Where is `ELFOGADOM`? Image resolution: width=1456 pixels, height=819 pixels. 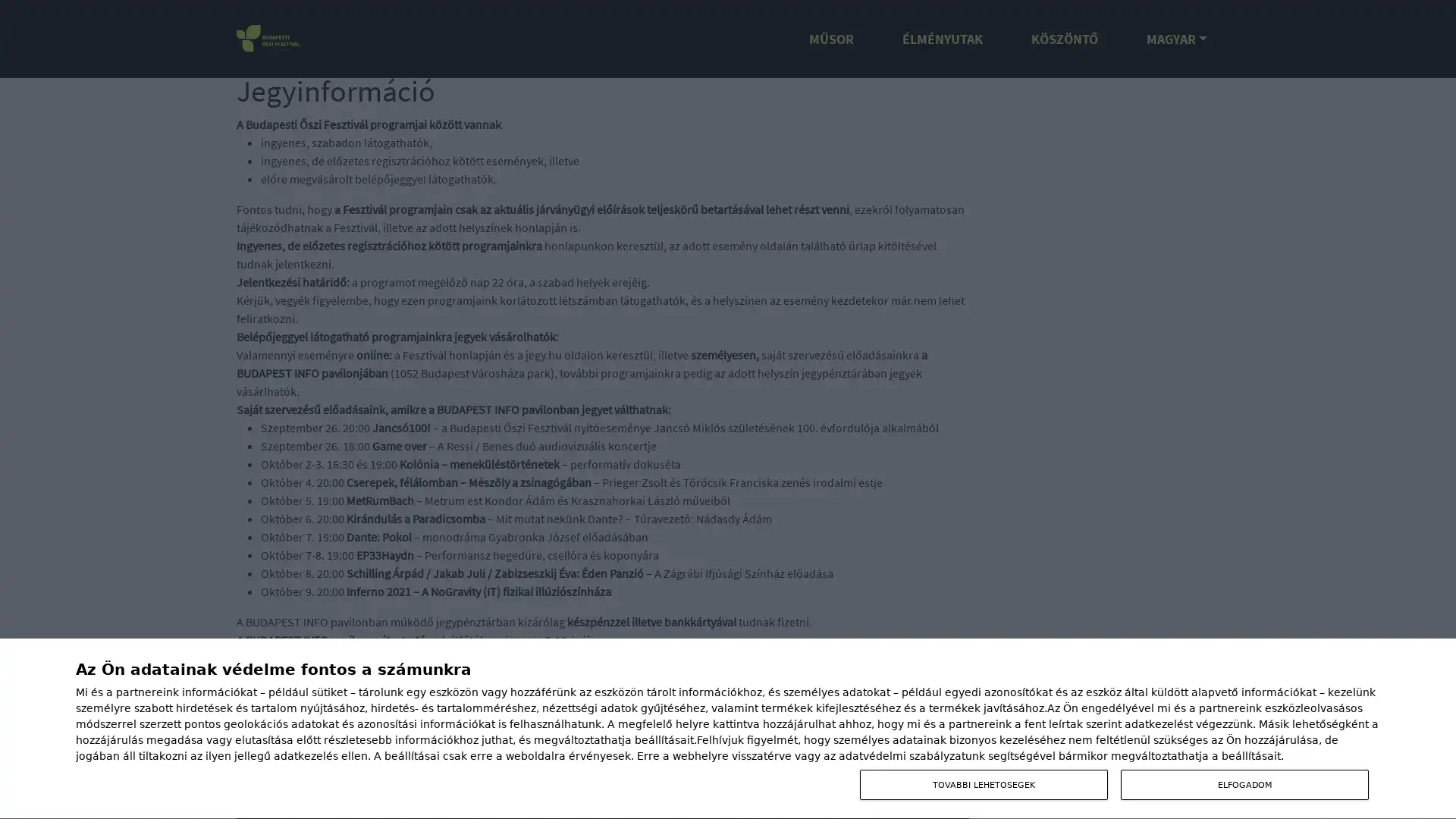 ELFOGADOM is located at coordinates (1244, 784).